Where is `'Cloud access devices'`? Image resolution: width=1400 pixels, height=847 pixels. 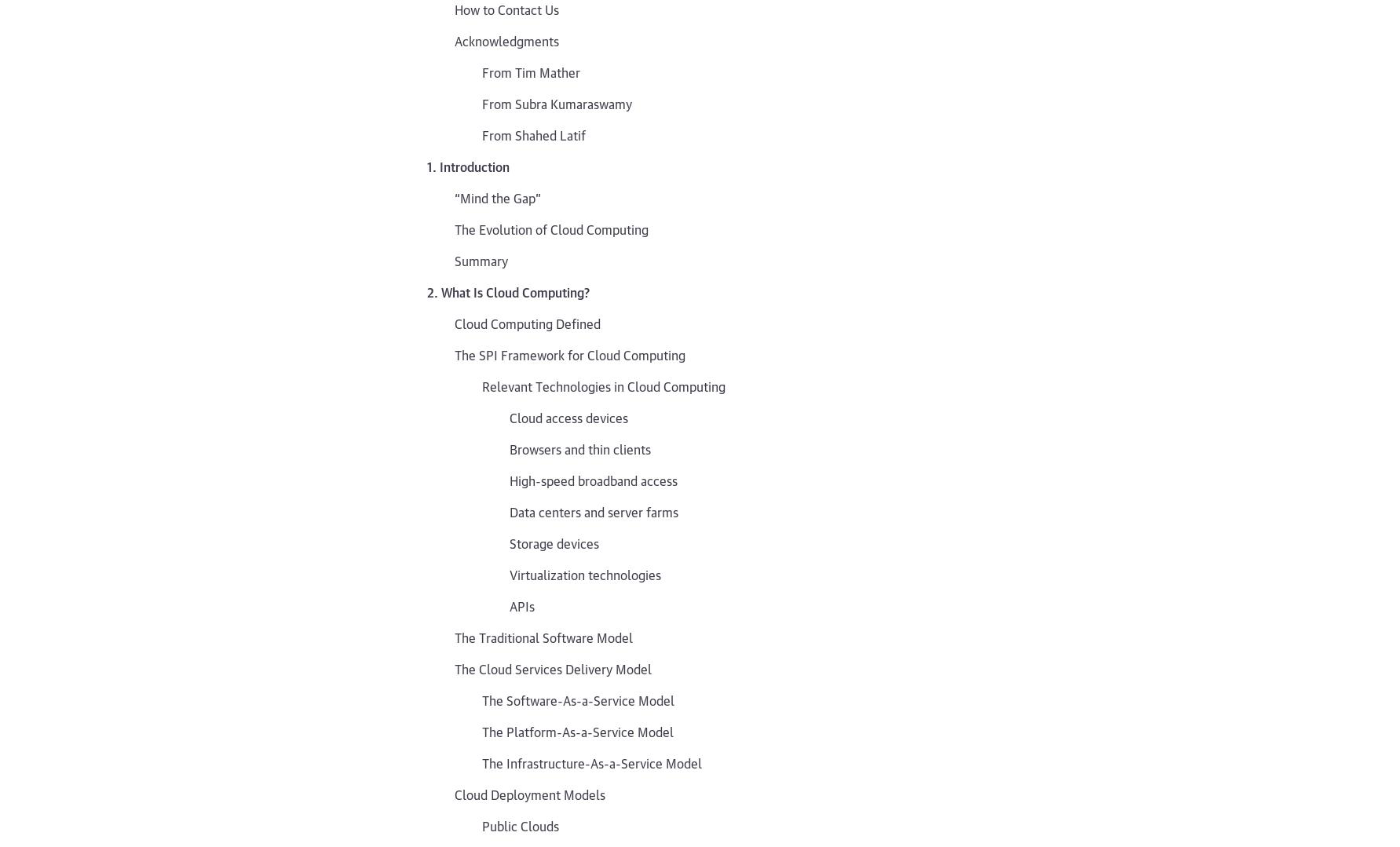
'Cloud access devices' is located at coordinates (568, 416).